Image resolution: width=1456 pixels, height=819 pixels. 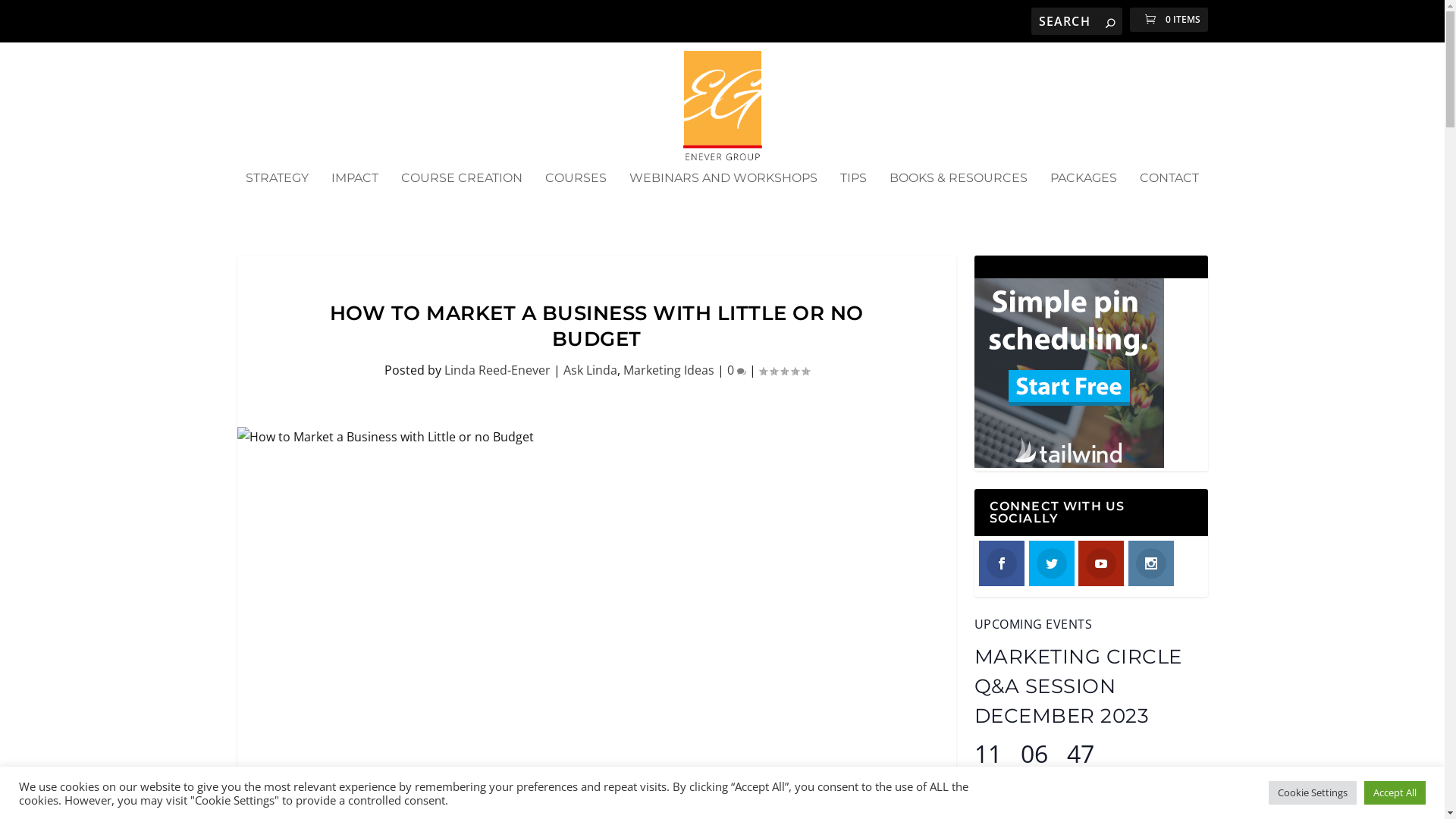 I want to click on 'TIPS', so click(x=853, y=198).